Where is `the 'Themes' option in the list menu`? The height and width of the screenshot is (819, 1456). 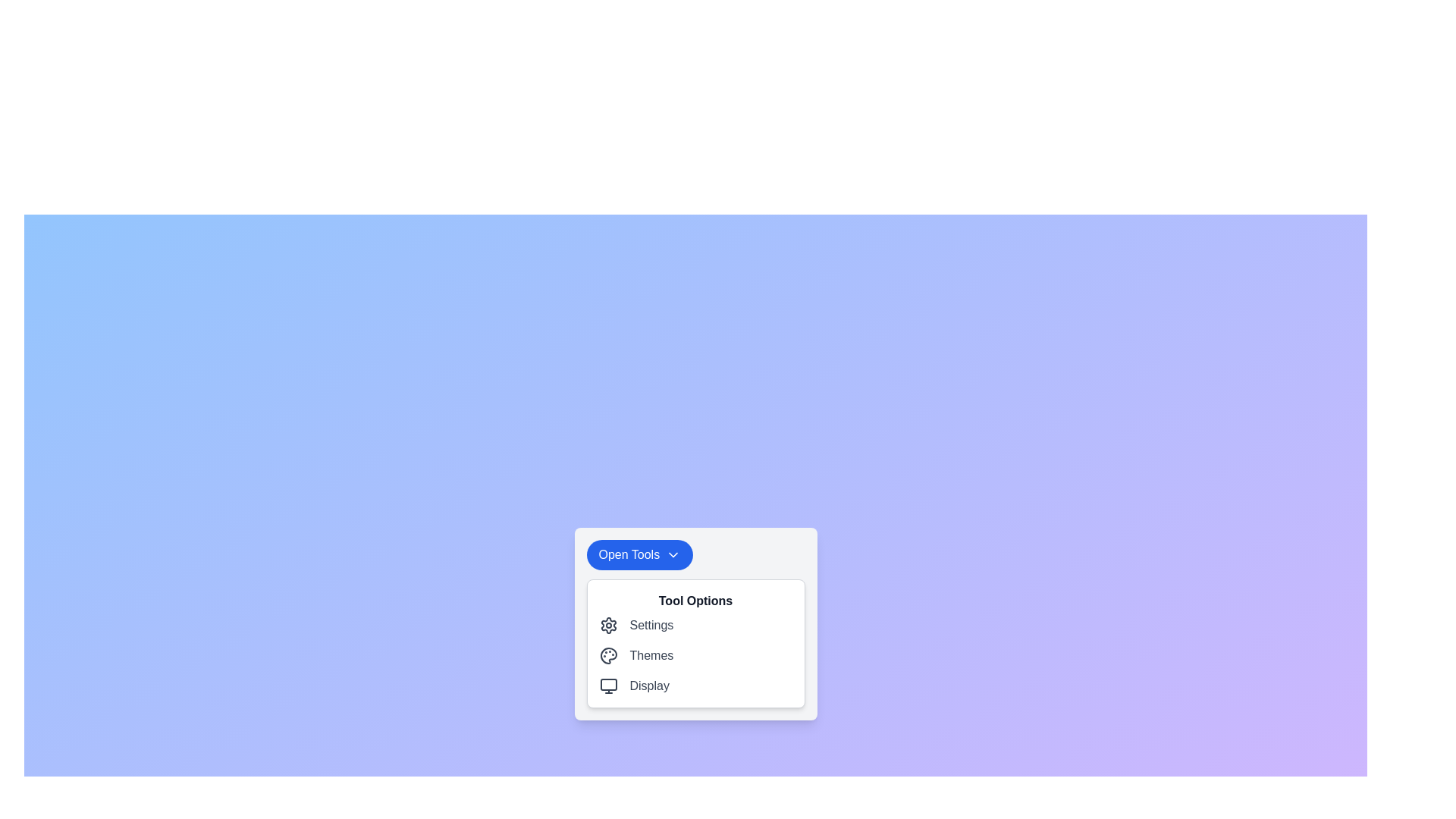 the 'Themes' option in the list menu is located at coordinates (695, 654).